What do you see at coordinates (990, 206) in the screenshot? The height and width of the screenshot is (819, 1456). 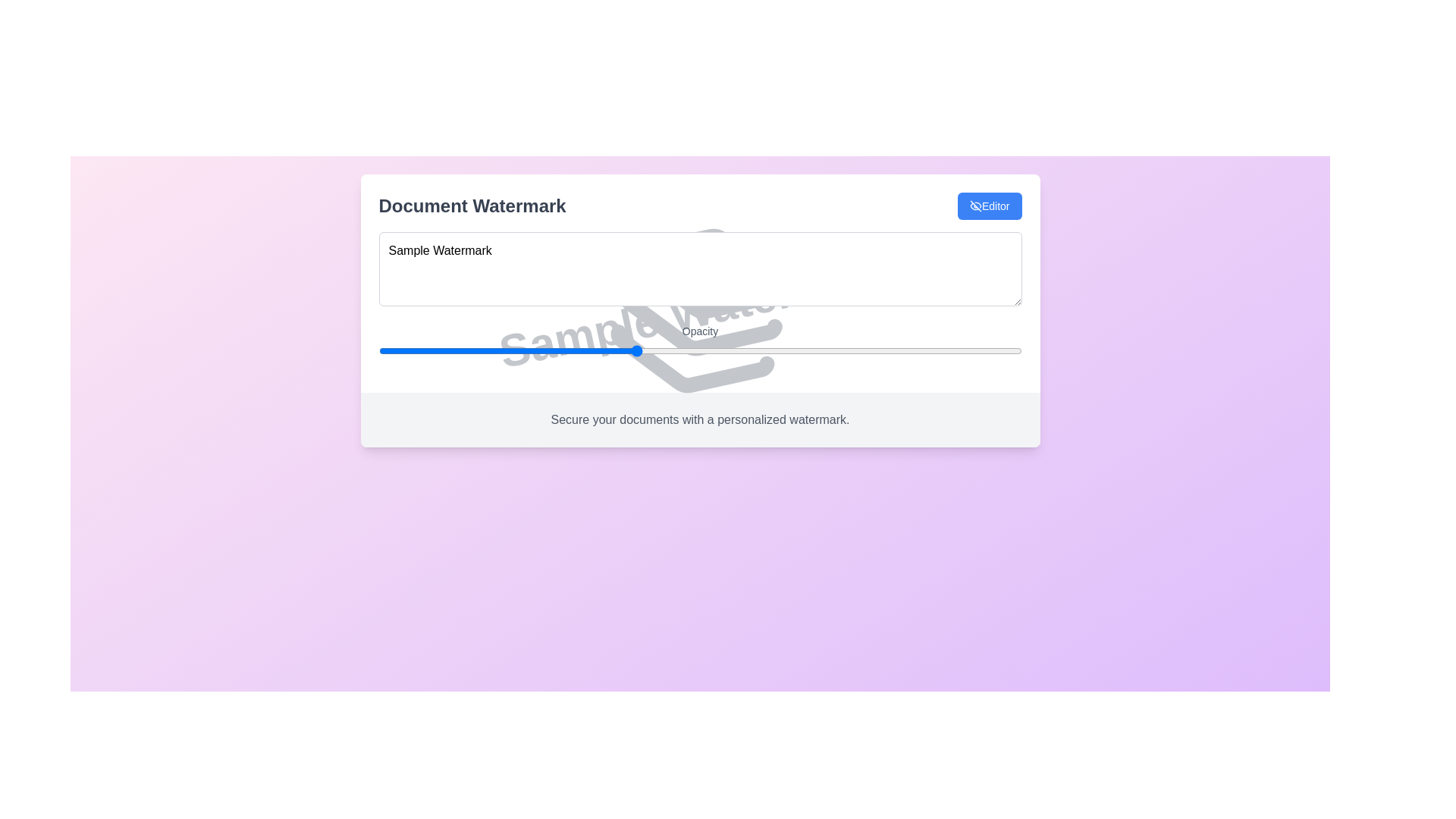 I see `the toggle button located at the top-right corner of the 'Document Watermark' card` at bounding box center [990, 206].